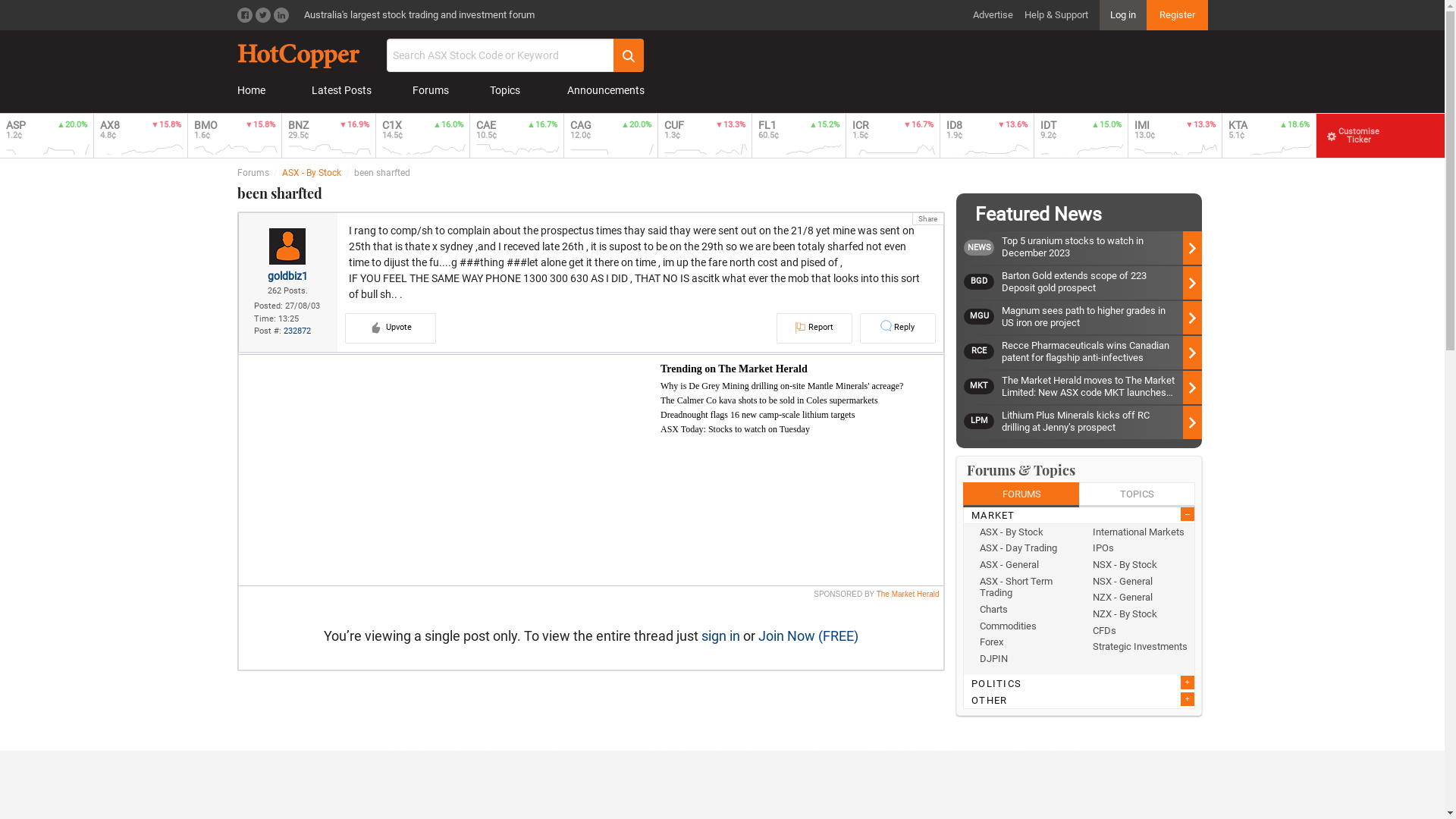 Image resolution: width=1456 pixels, height=819 pixels. Describe the element at coordinates (983, 315) in the screenshot. I see `'MGU'` at that location.